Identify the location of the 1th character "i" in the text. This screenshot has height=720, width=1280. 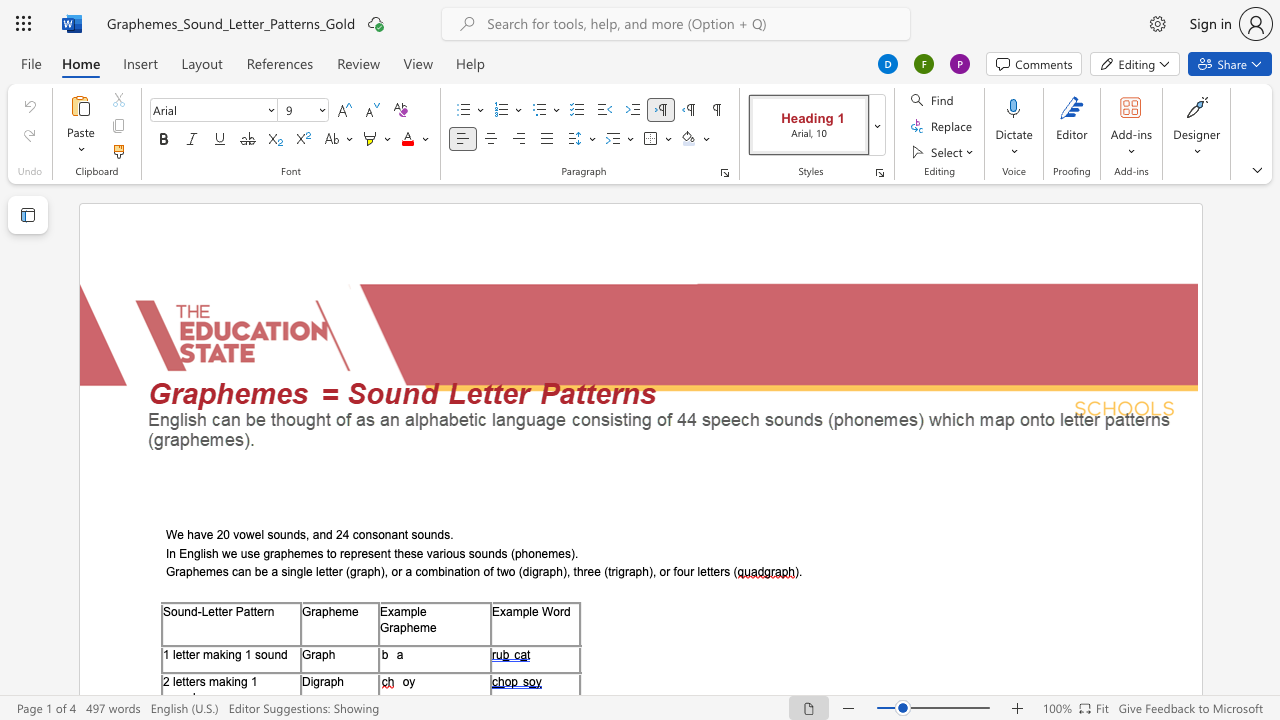
(443, 553).